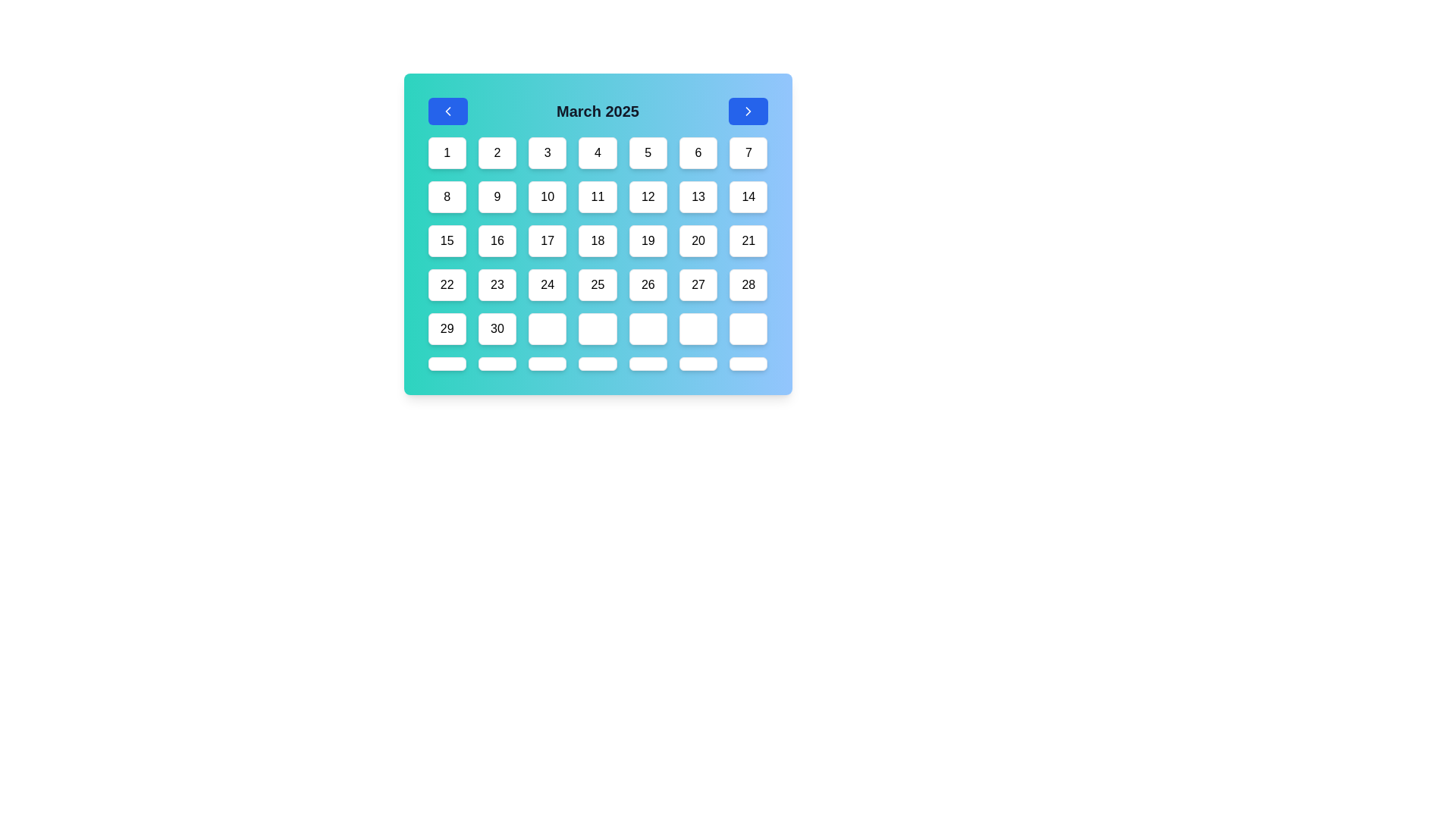 Image resolution: width=1456 pixels, height=819 pixels. I want to click on the button representing the 10th day of March 2025 in the calendar under the 'March 2025' heading, so click(546, 196).